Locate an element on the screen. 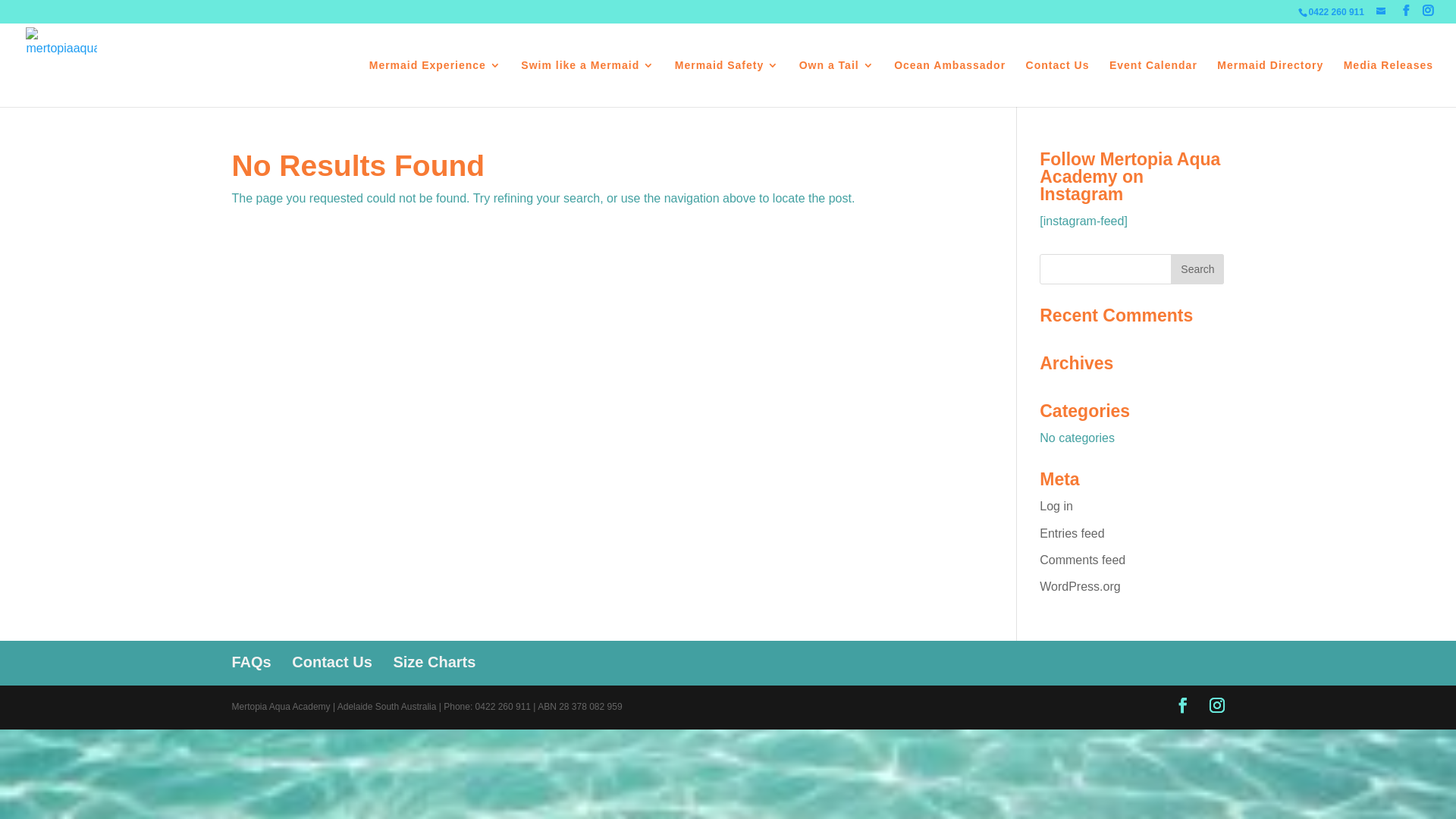 This screenshot has height=819, width=1456. 'Search' is located at coordinates (1170, 268).